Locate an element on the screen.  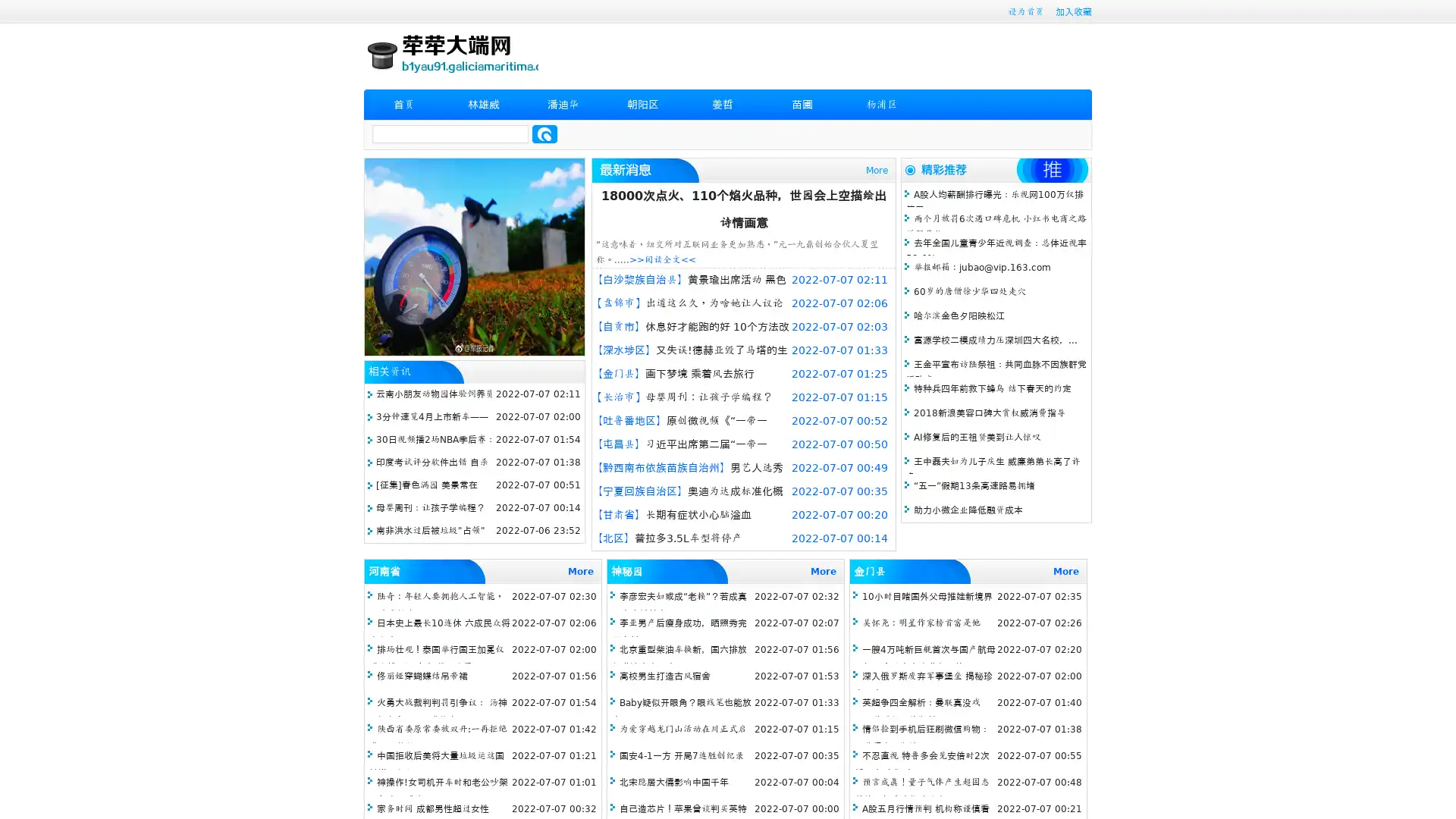
Search is located at coordinates (544, 133).